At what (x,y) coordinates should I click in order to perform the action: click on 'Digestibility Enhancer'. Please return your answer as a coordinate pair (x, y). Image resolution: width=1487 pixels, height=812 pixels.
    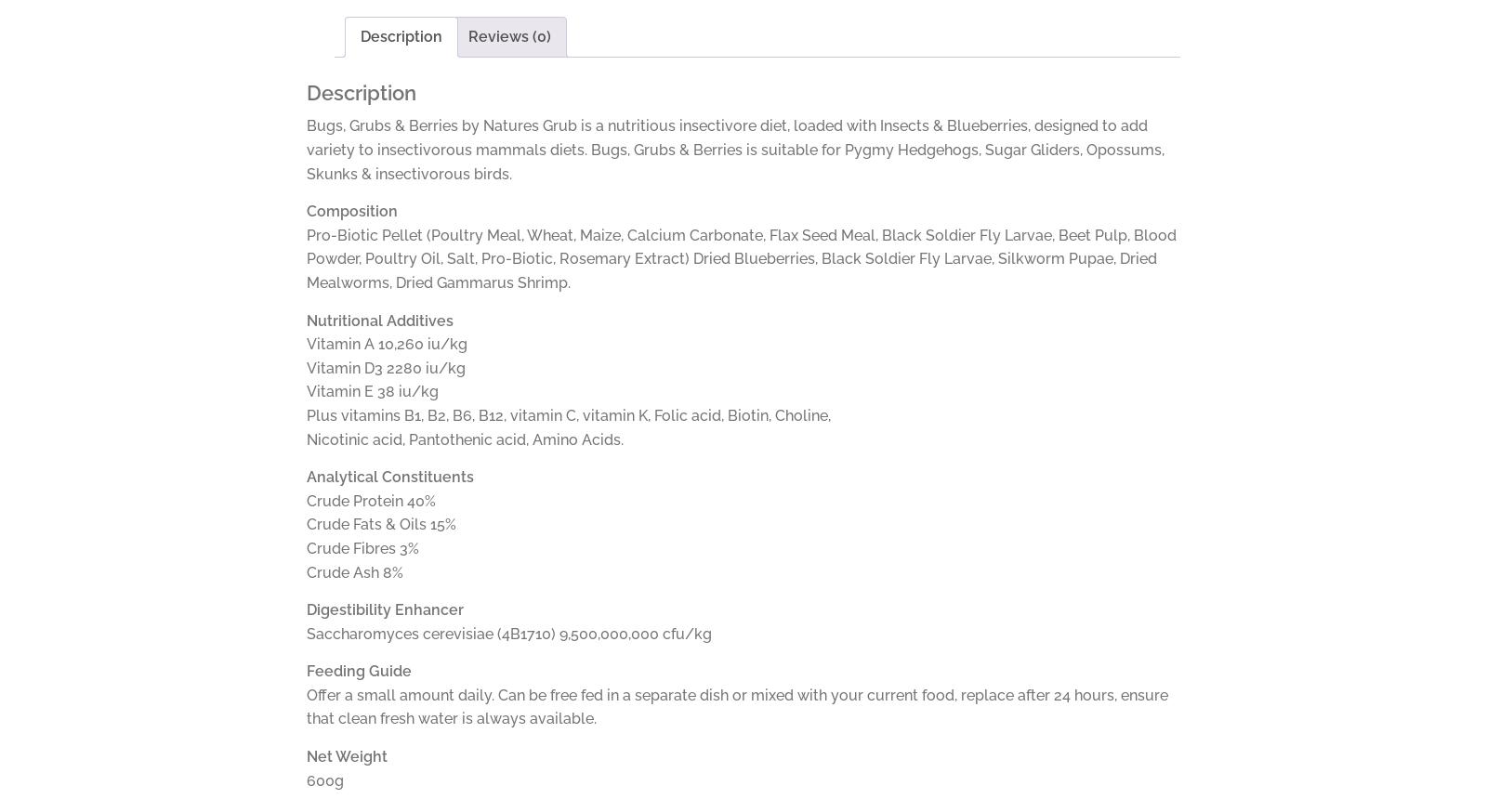
    Looking at the image, I should click on (384, 609).